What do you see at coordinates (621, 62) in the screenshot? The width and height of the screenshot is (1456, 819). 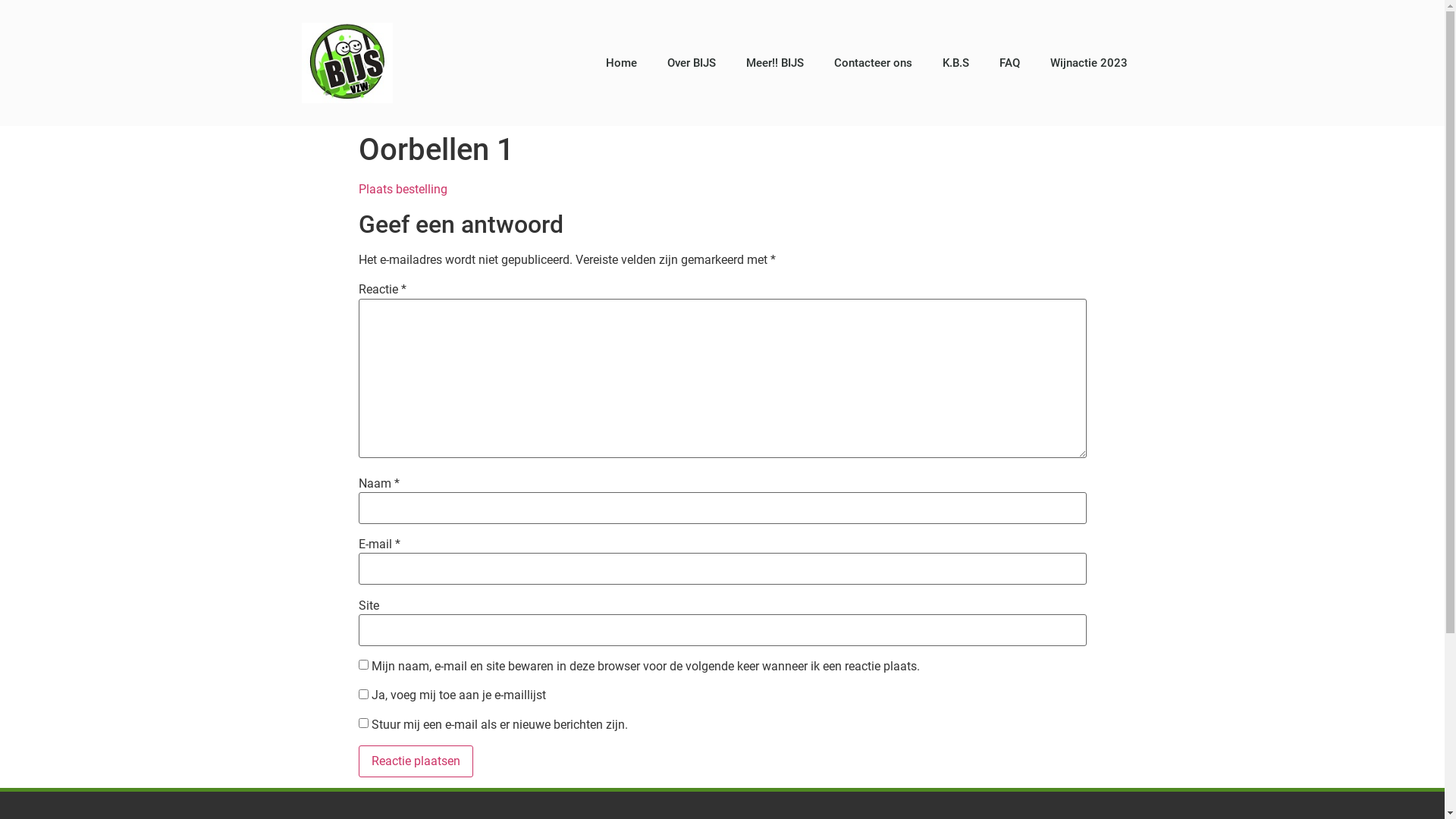 I see `'Home'` at bounding box center [621, 62].